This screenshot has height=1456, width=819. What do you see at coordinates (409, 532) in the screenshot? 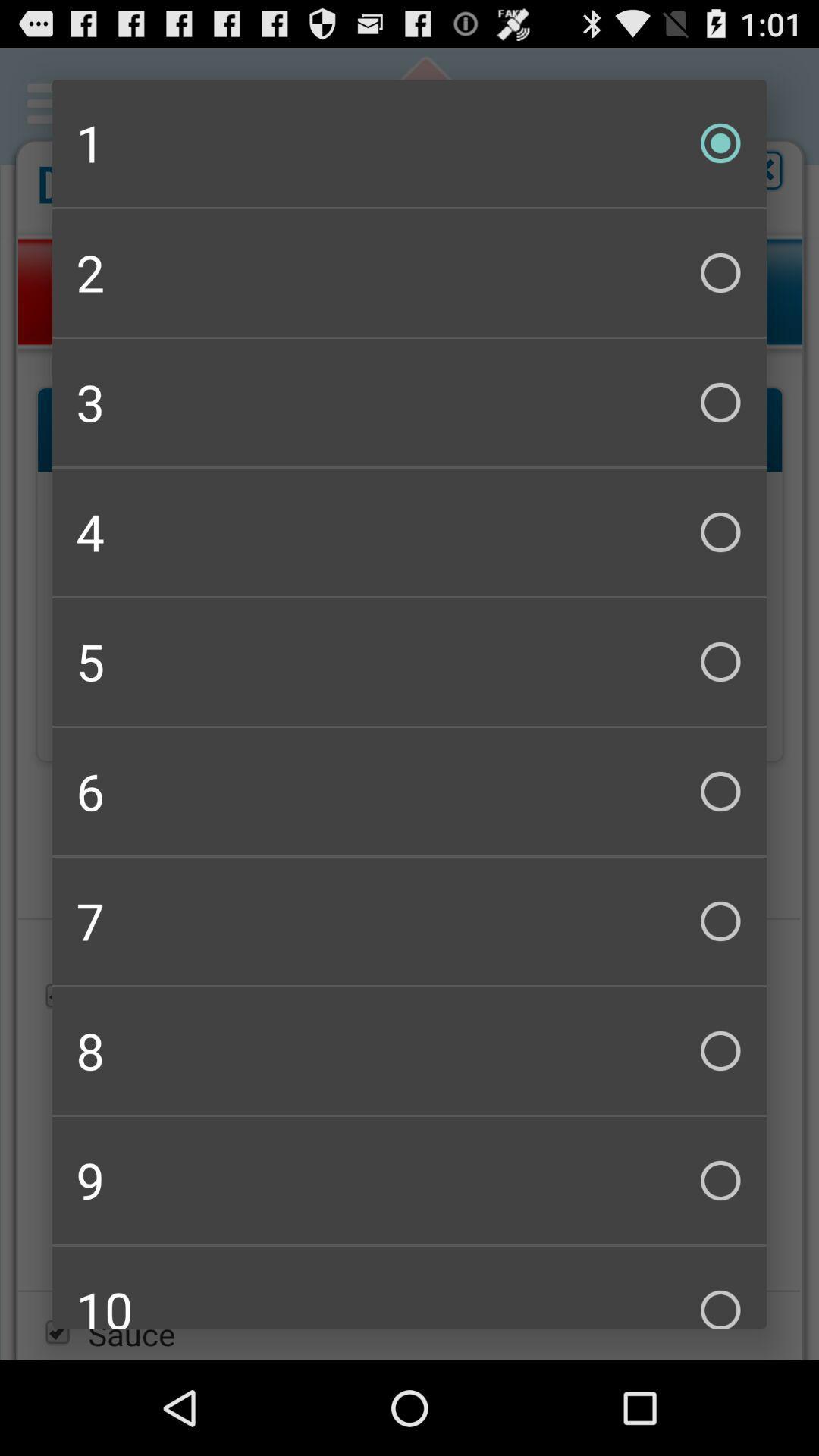
I see `the icon above the 5 icon` at bounding box center [409, 532].